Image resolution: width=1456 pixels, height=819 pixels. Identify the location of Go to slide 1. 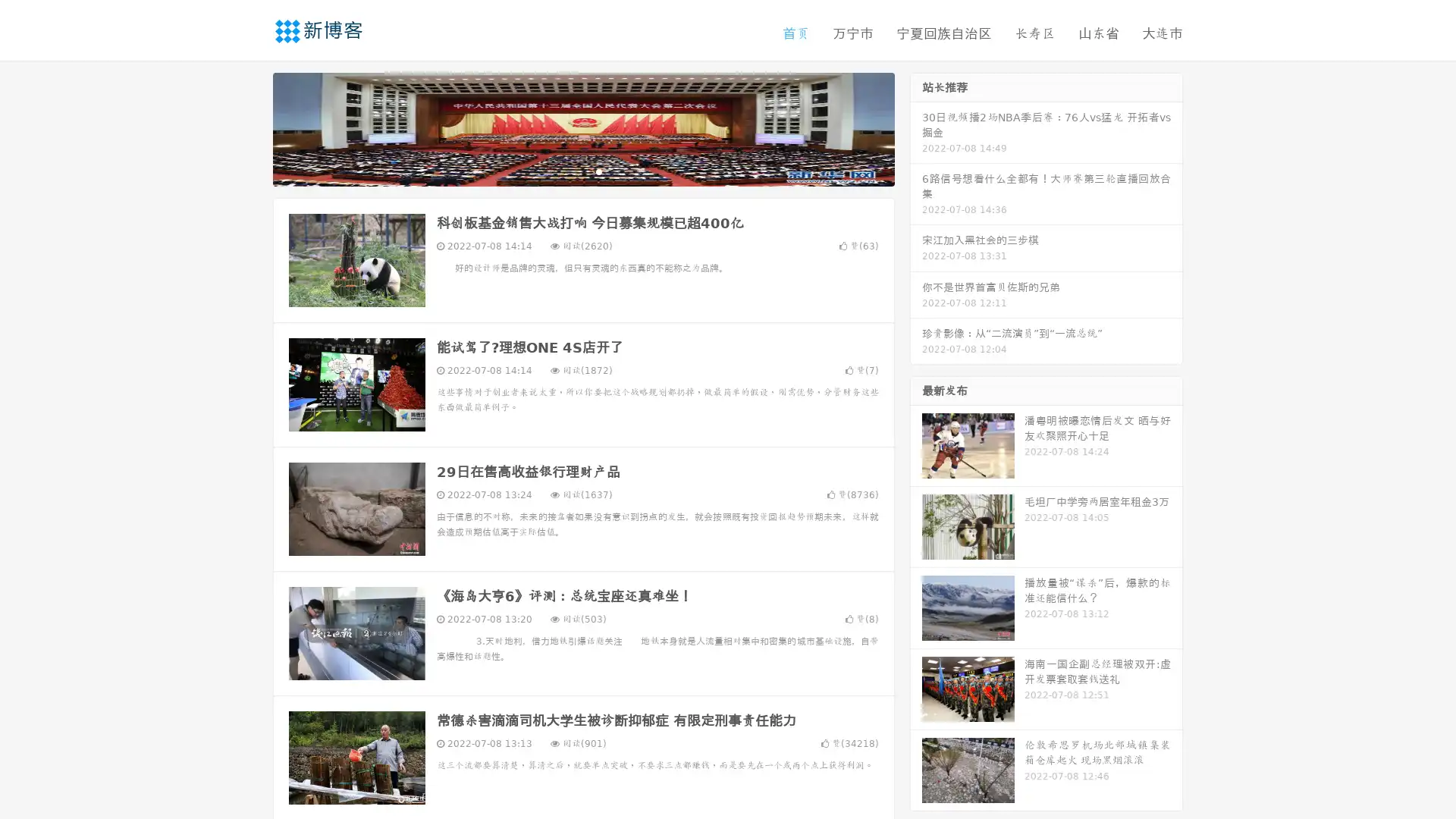
(567, 171).